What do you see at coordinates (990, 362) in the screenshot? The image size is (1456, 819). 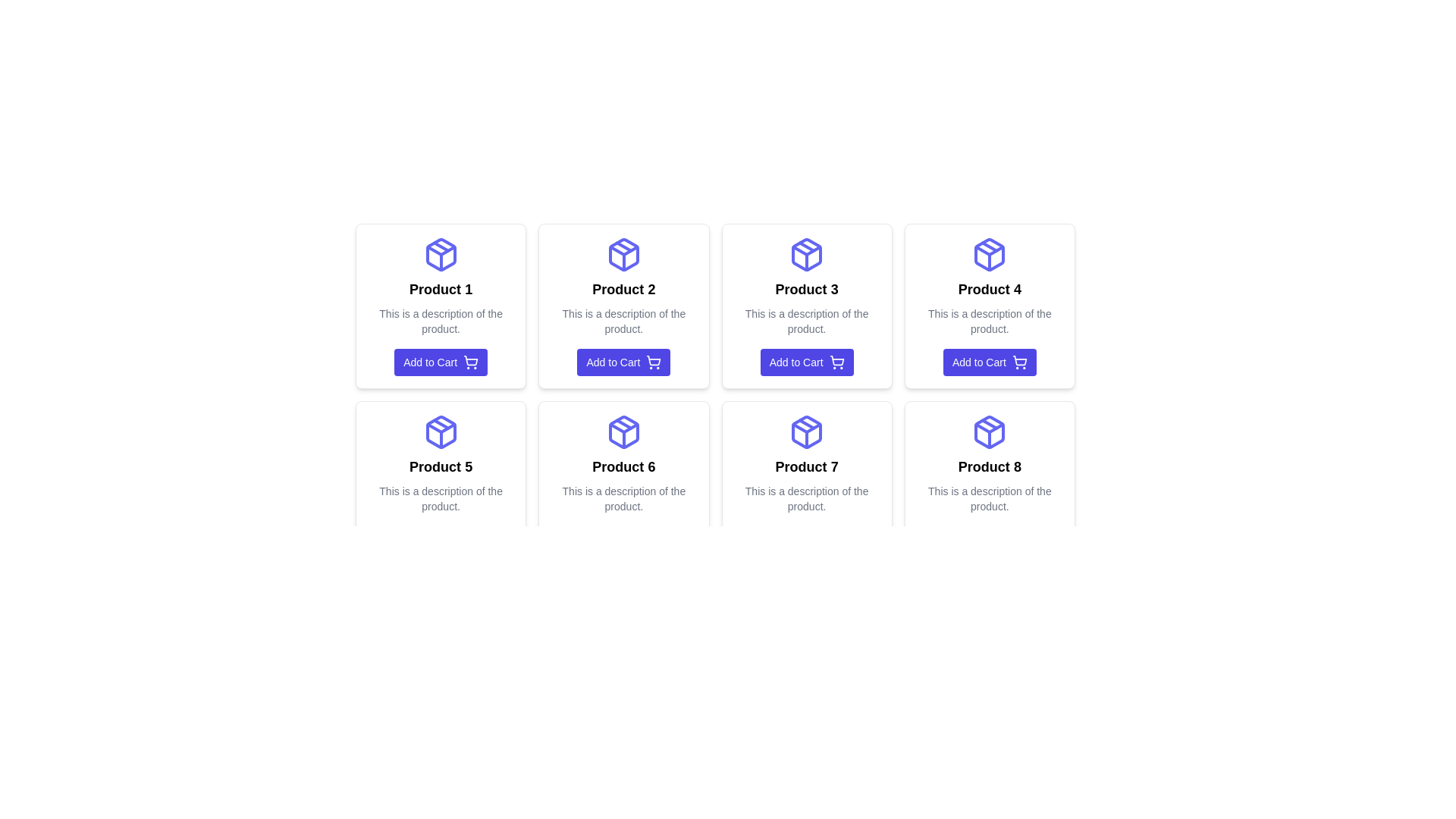 I see `the button at the bottom center of the card labeled 'Product 4'` at bounding box center [990, 362].